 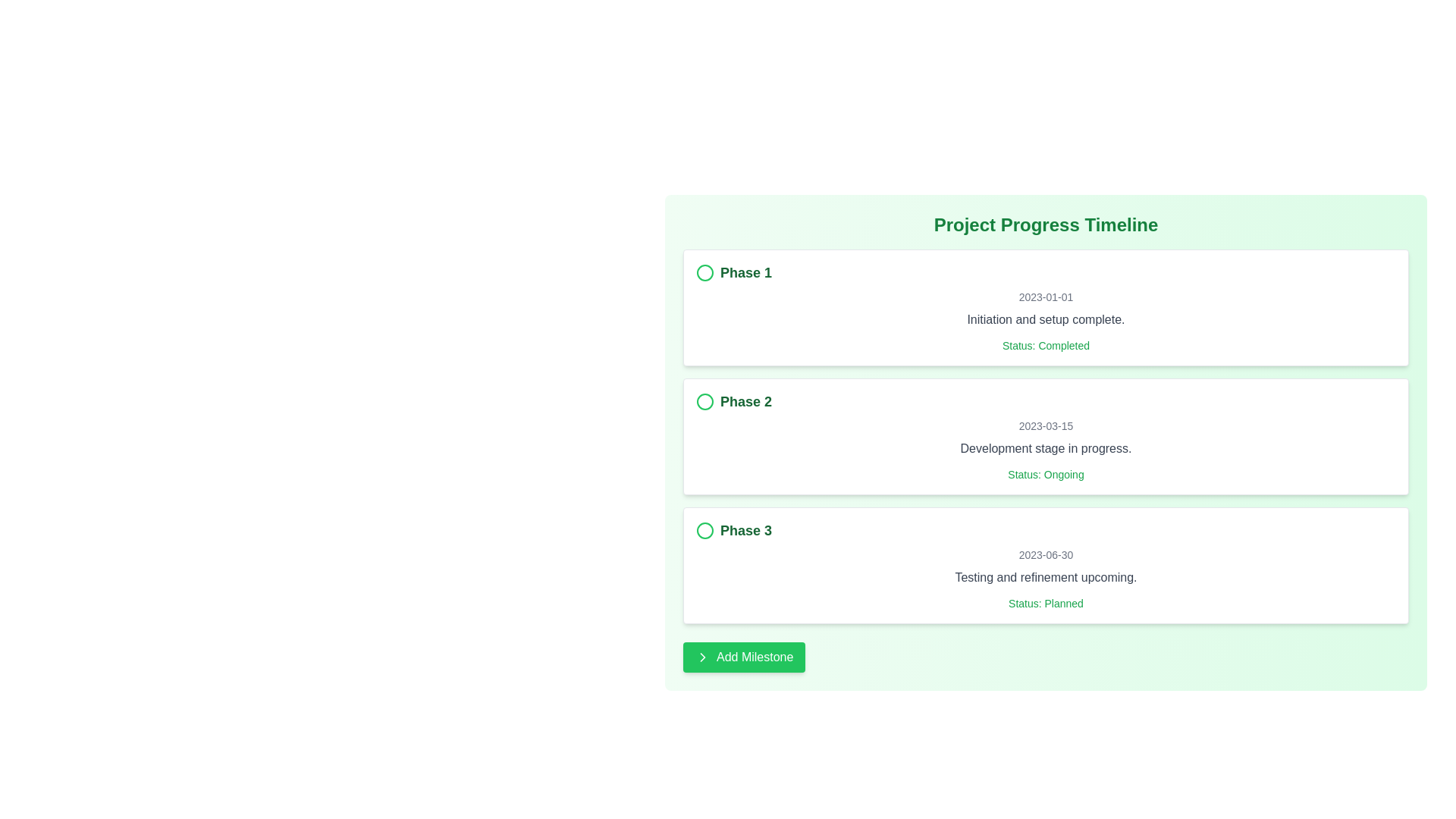 What do you see at coordinates (704, 529) in the screenshot?
I see `the Circle (vector graphic) that indicates the status of the third phase in the vertical project progress timeline, centered over the phase title` at bounding box center [704, 529].